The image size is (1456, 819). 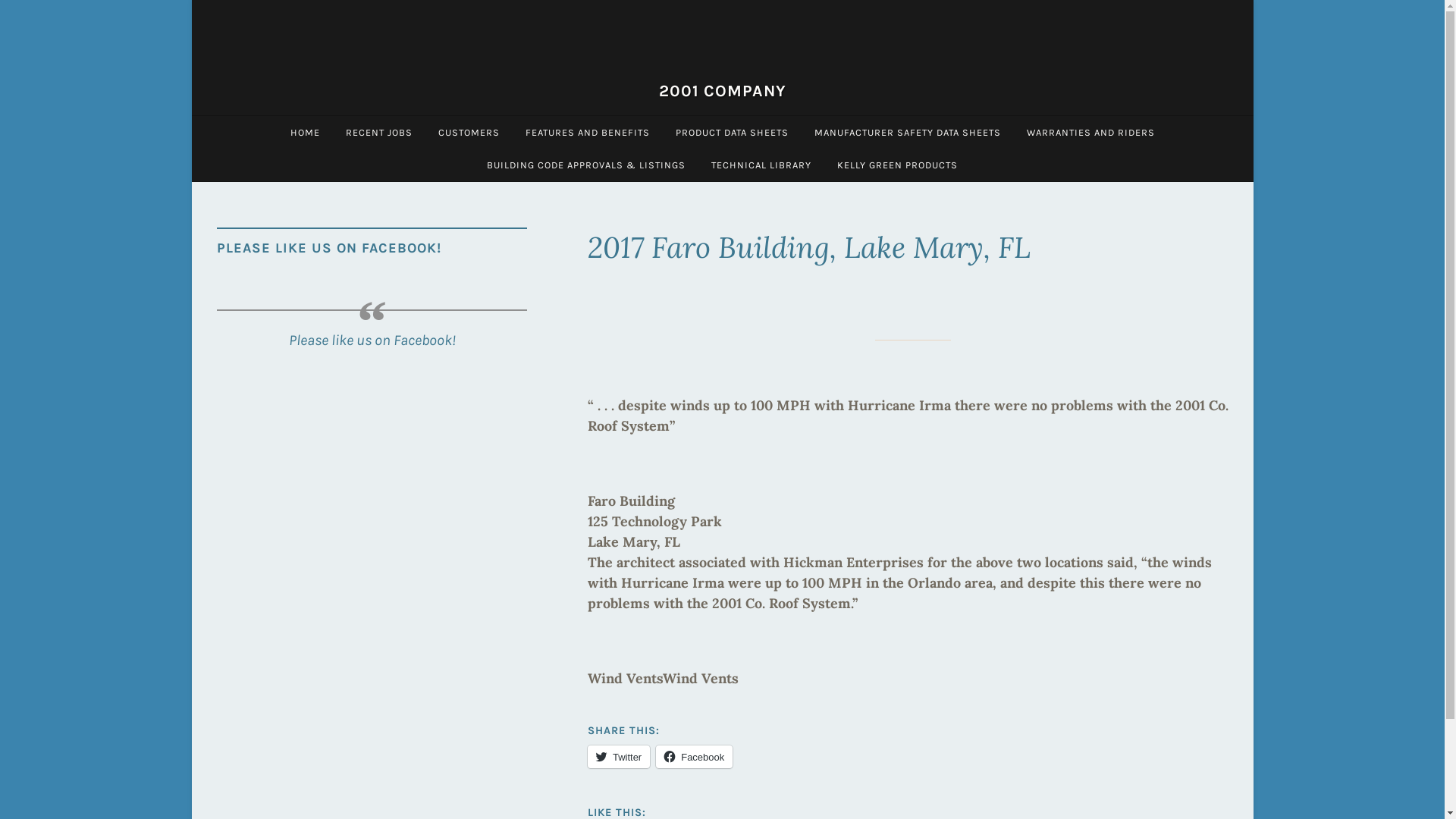 What do you see at coordinates (585, 165) in the screenshot?
I see `'BUILDING CODE APPROVALS & LISTINGS'` at bounding box center [585, 165].